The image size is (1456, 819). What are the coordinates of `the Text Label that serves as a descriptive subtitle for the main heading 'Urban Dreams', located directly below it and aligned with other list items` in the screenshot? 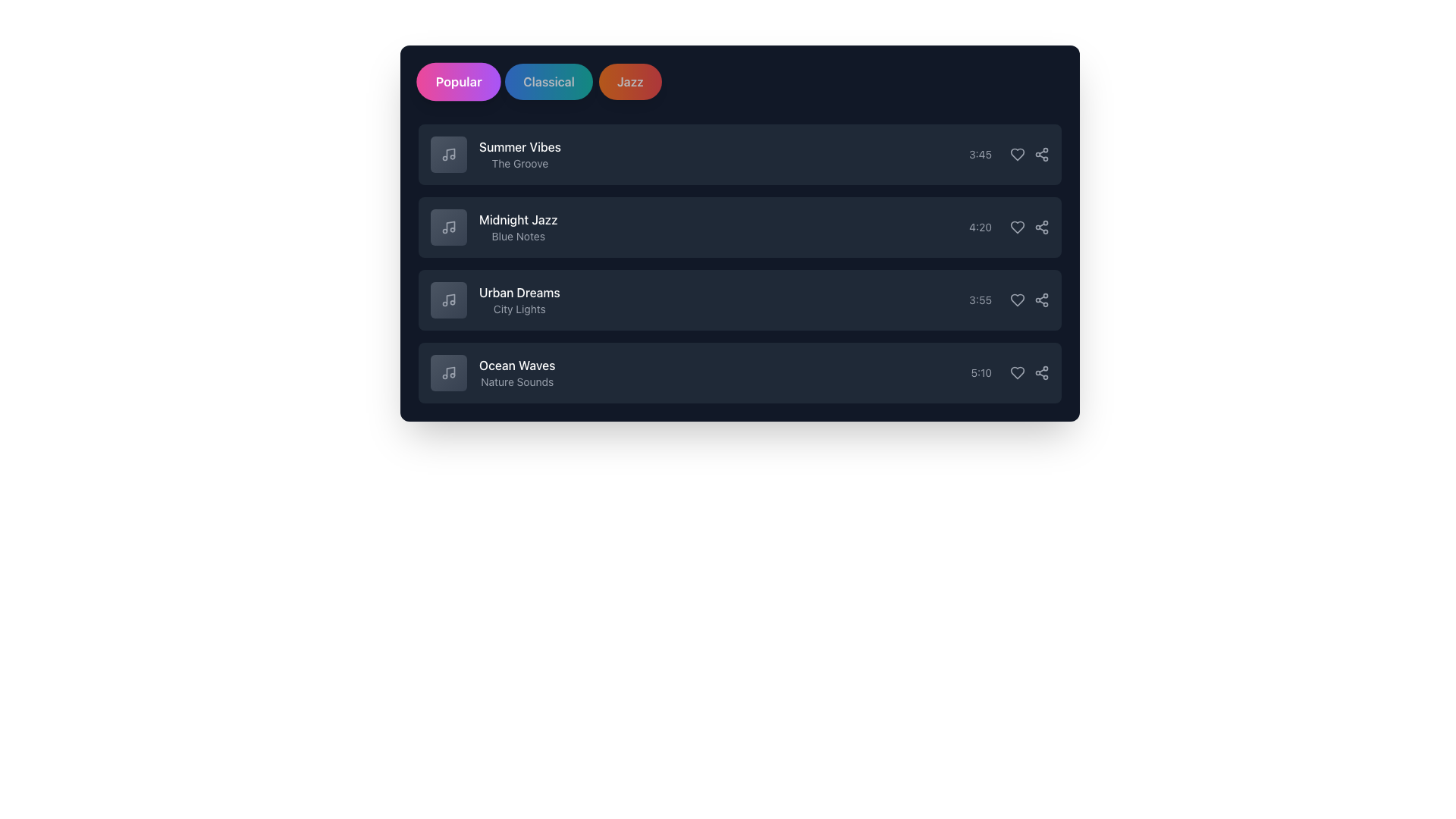 It's located at (519, 309).